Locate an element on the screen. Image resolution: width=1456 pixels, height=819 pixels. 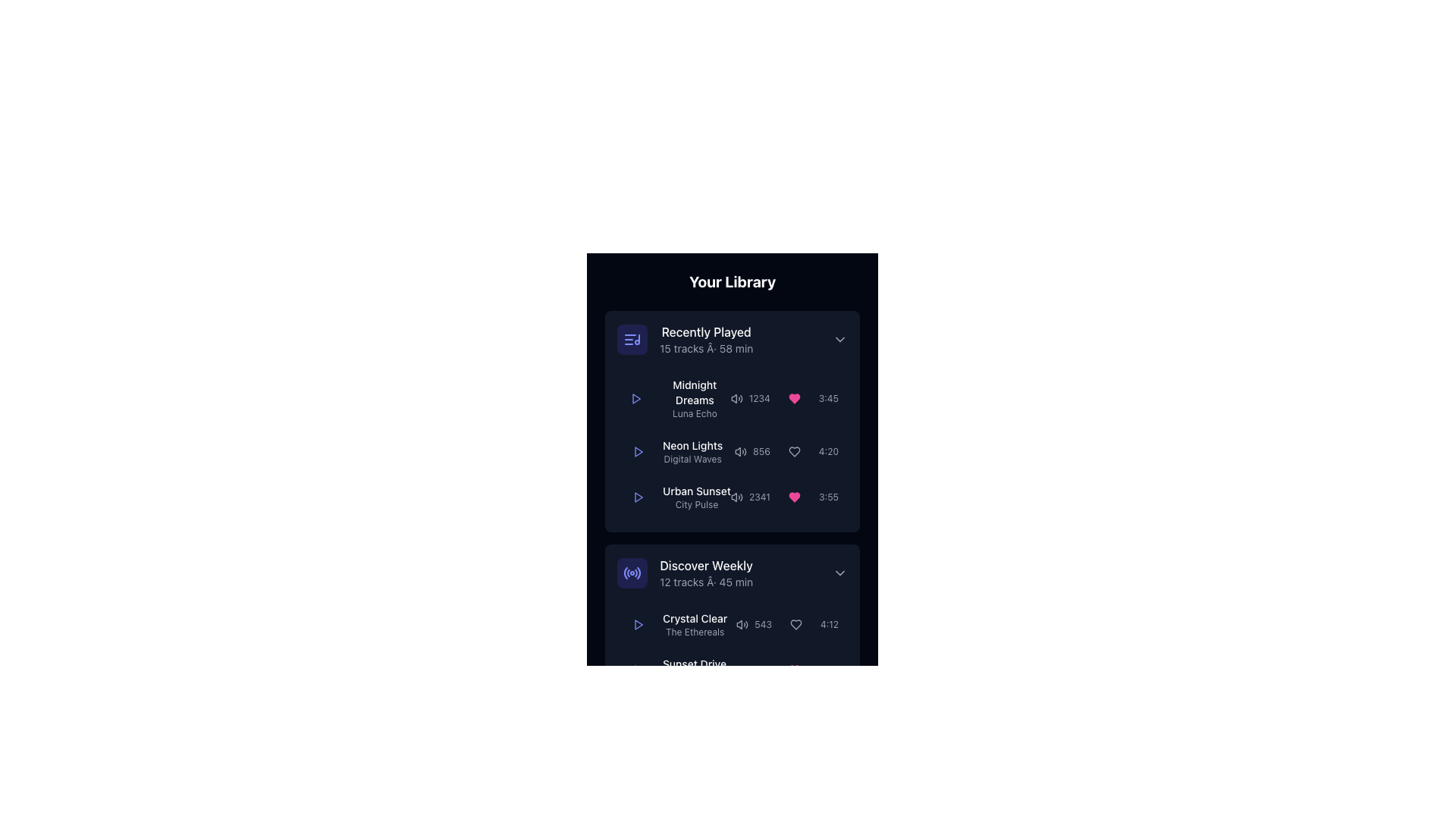
the music track selection option located under the 'Discover Weekly' section is located at coordinates (732, 625).